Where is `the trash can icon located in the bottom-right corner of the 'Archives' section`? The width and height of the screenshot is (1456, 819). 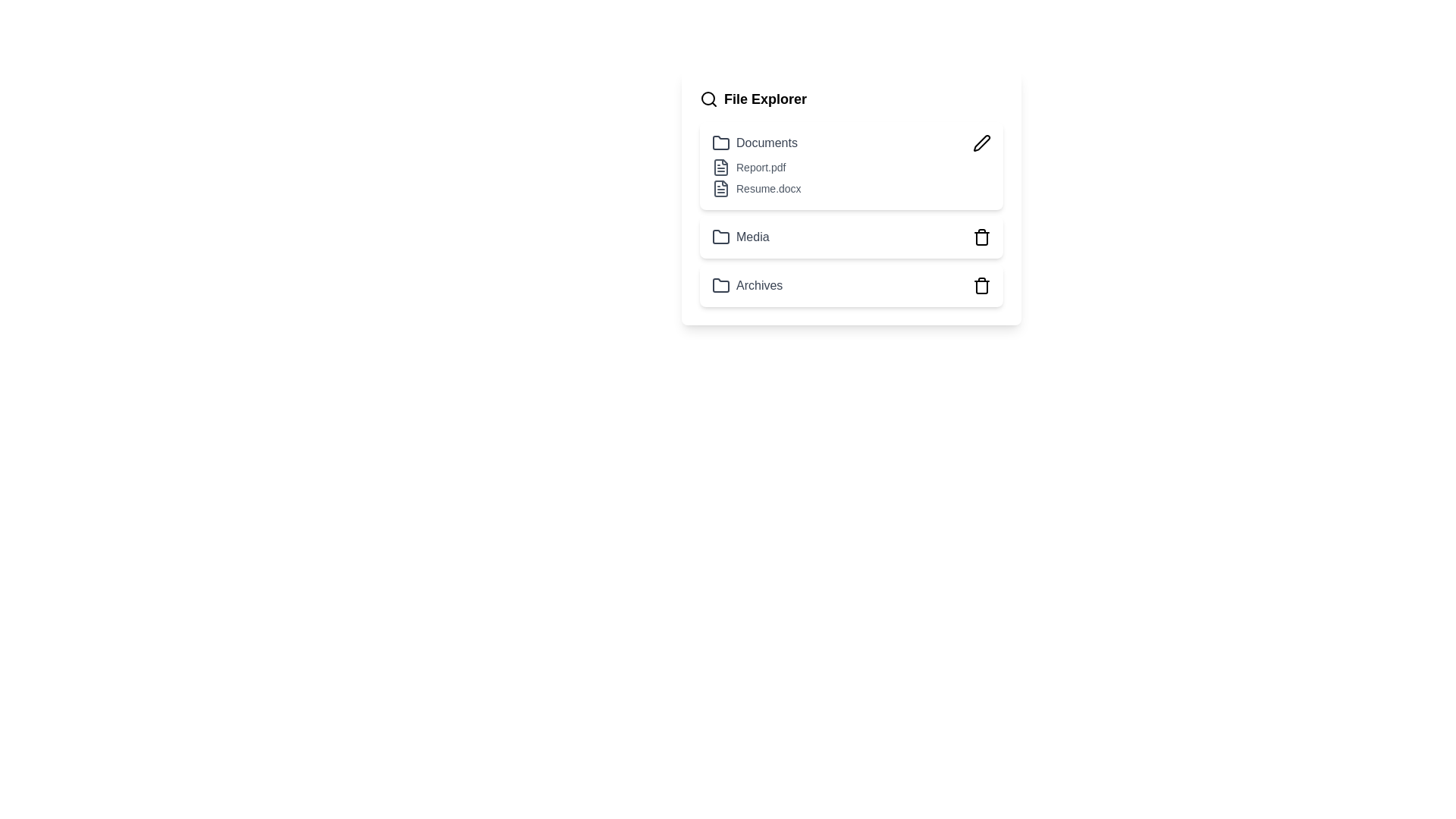 the trash can icon located in the bottom-right corner of the 'Archives' section is located at coordinates (982, 286).